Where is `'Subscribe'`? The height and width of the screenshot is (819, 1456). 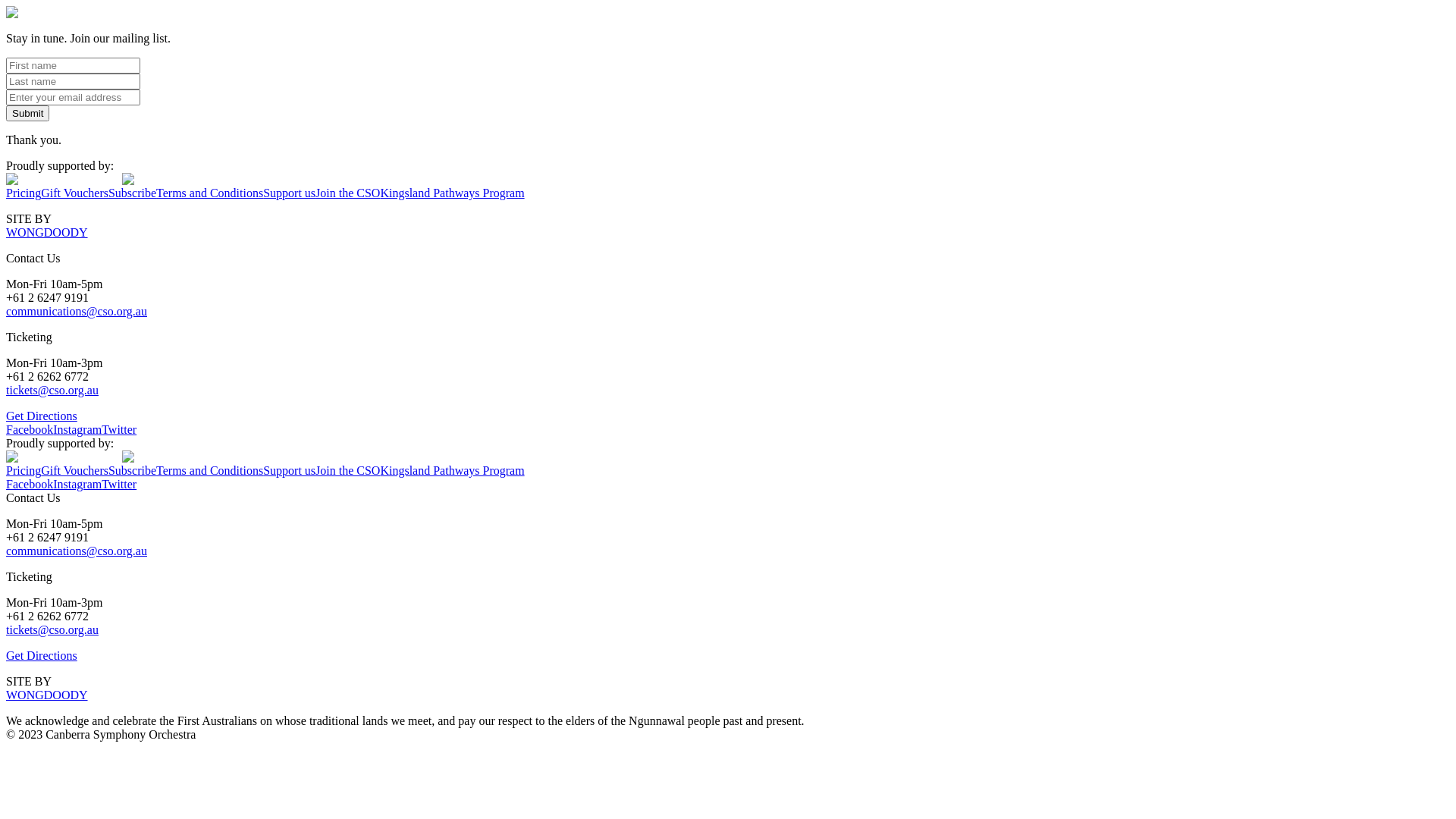
'Subscribe' is located at coordinates (132, 469).